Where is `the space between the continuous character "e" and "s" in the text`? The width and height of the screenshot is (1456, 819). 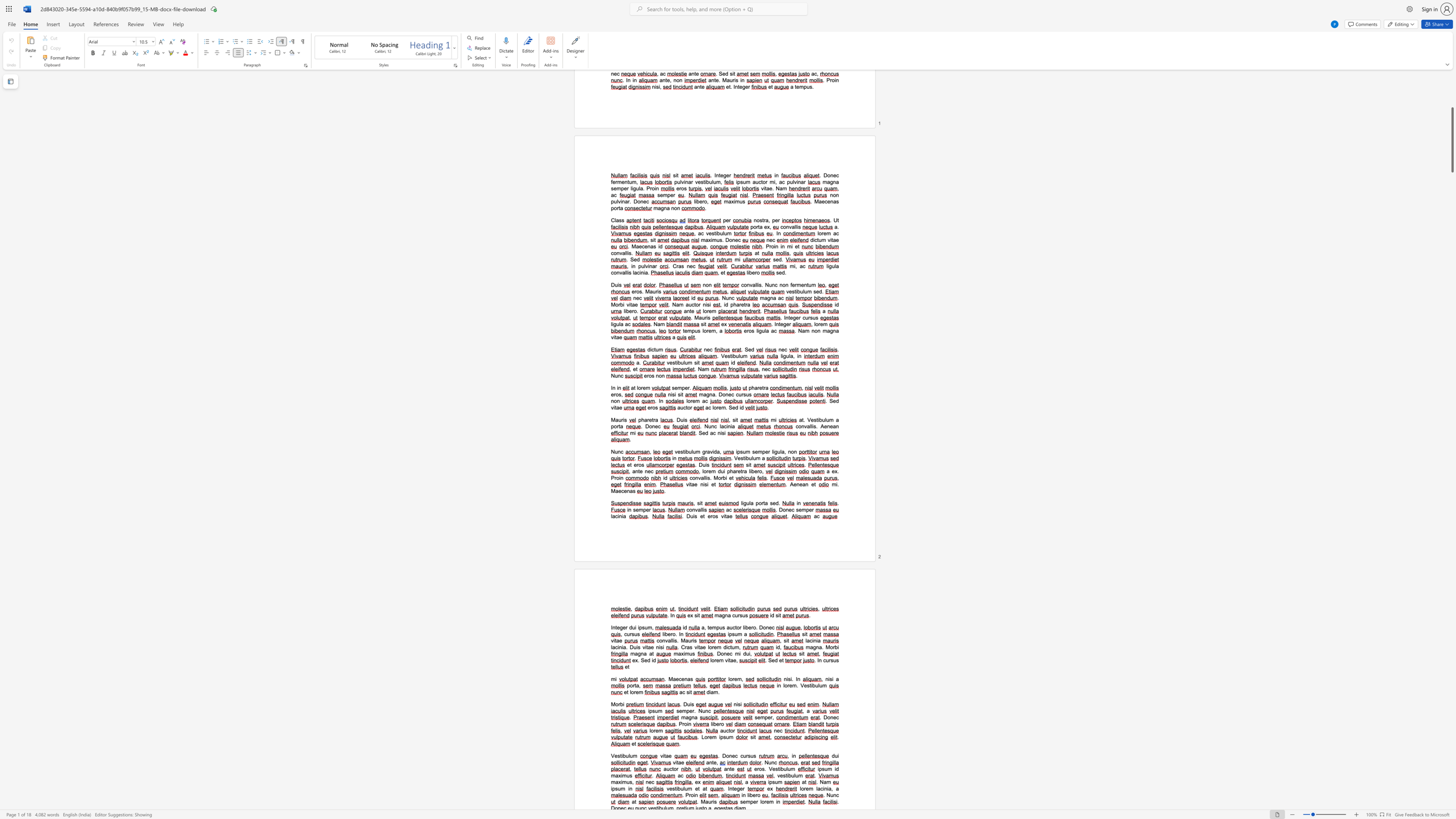 the space between the continuous character "e" and "s" in the text is located at coordinates (807, 685).